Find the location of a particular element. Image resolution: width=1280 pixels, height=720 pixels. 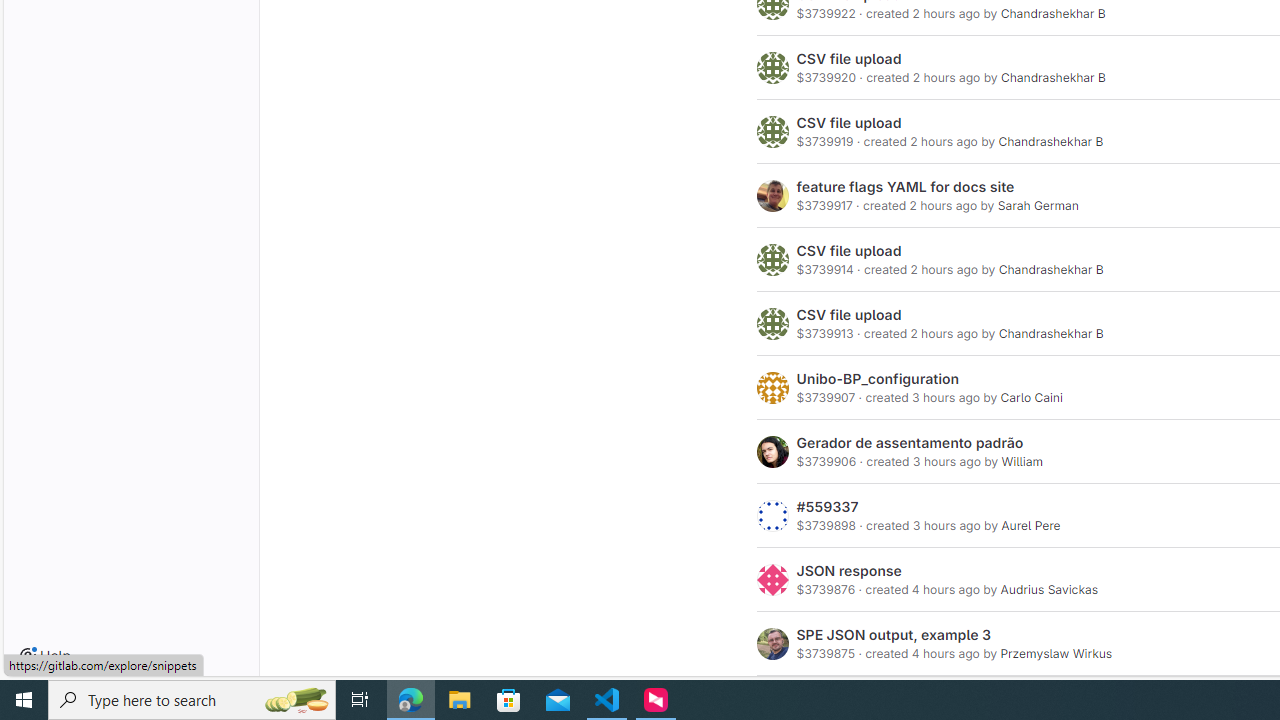

'SPE JSON output, example 3' is located at coordinates (893, 634).